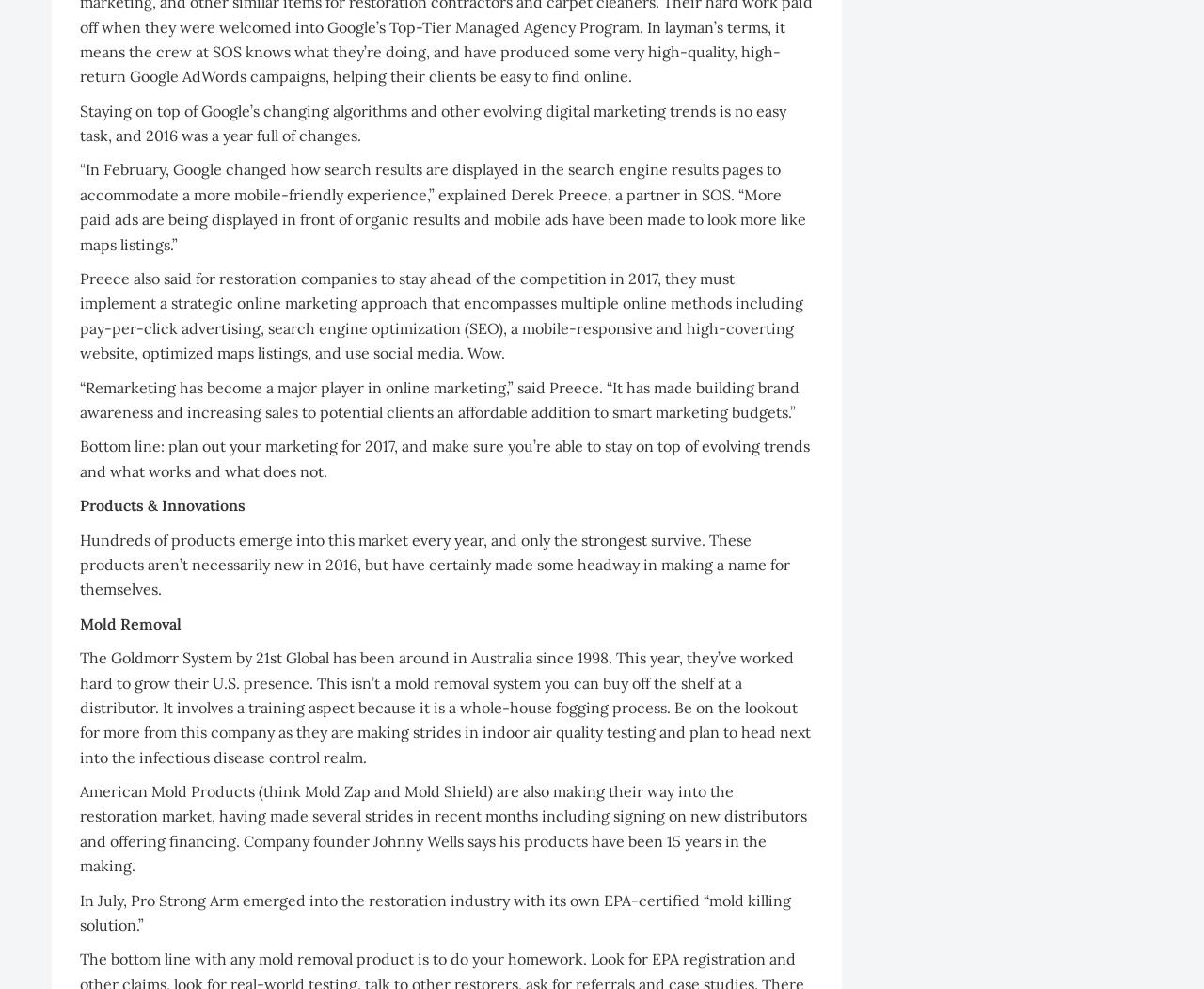 This screenshot has height=989, width=1204. Describe the element at coordinates (130, 623) in the screenshot. I see `'Mold Removal'` at that location.